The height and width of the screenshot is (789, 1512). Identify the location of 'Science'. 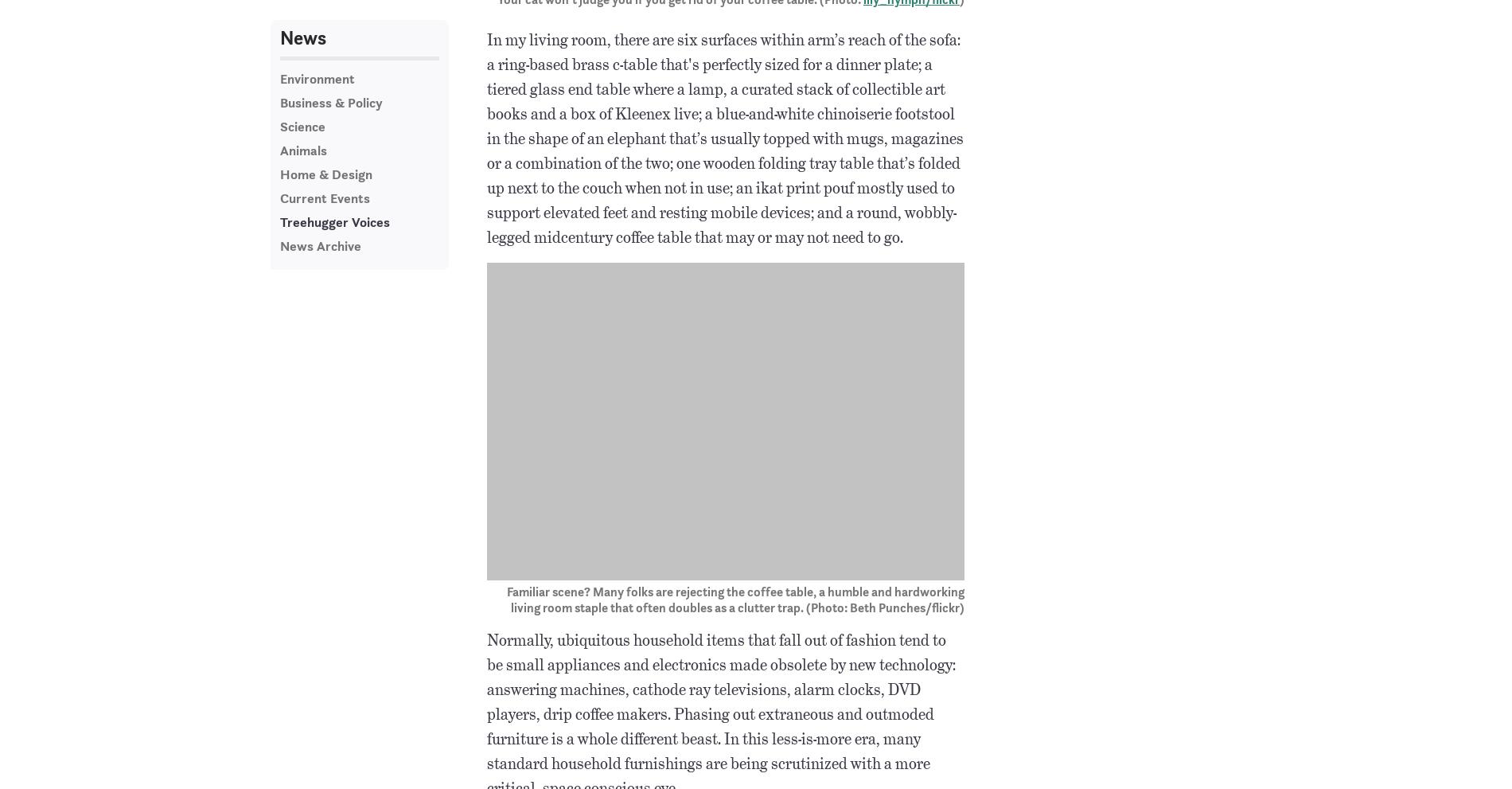
(302, 125).